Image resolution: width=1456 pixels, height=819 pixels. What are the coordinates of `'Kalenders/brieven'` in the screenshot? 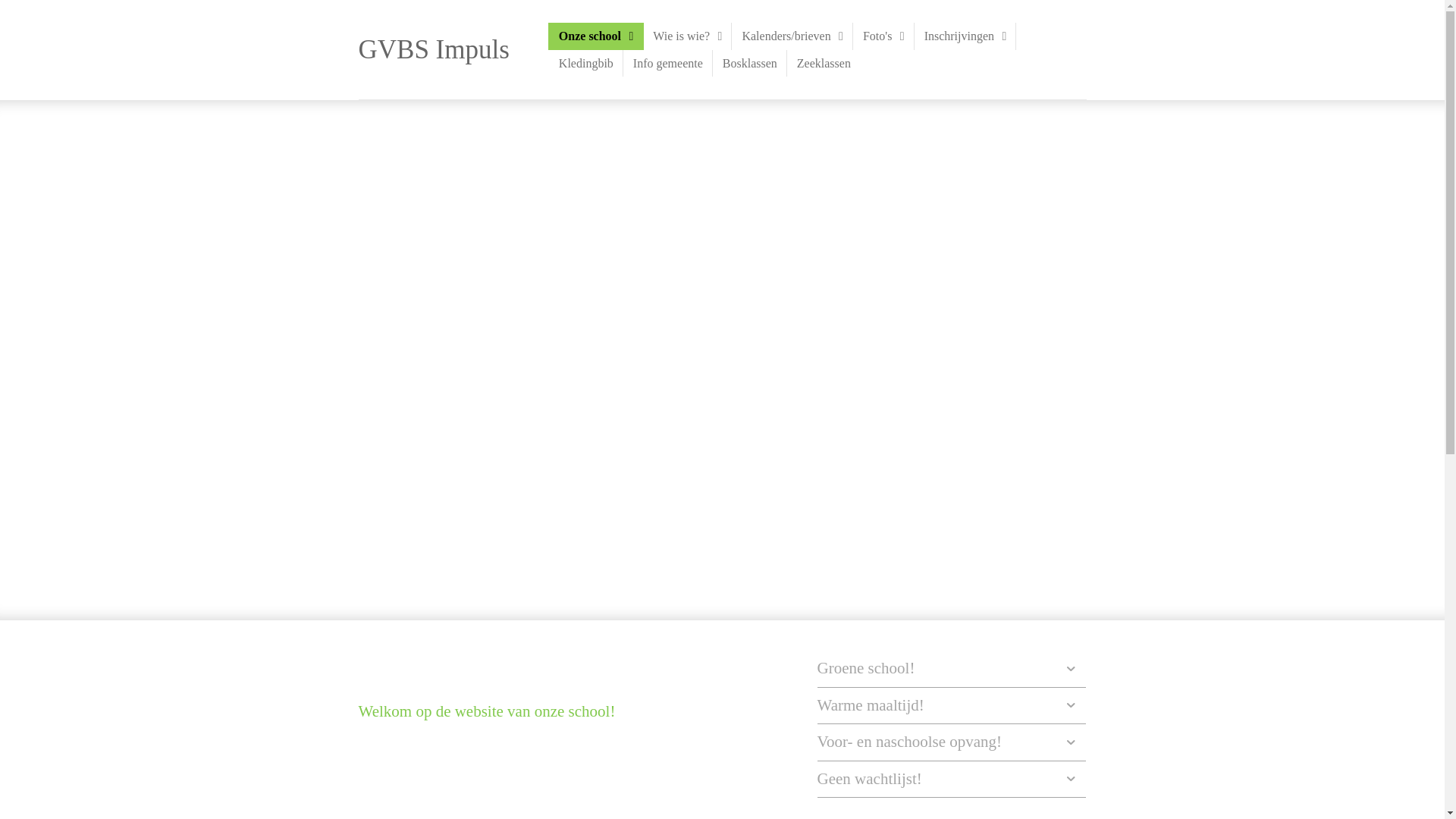 It's located at (792, 35).